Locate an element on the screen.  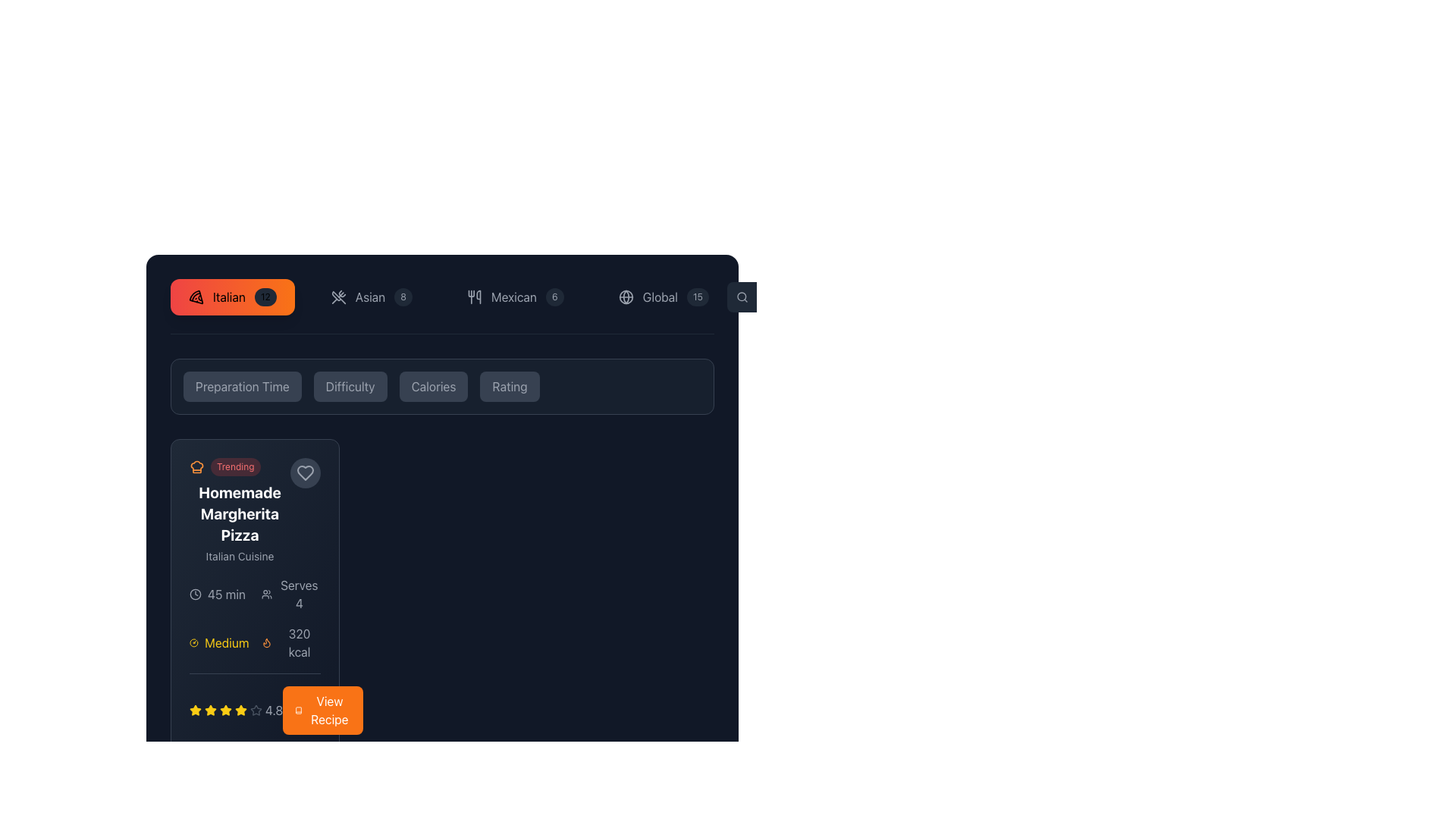
the numerical rating text element located to the right of the star icons in the rating section of the recipe card is located at coordinates (274, 711).